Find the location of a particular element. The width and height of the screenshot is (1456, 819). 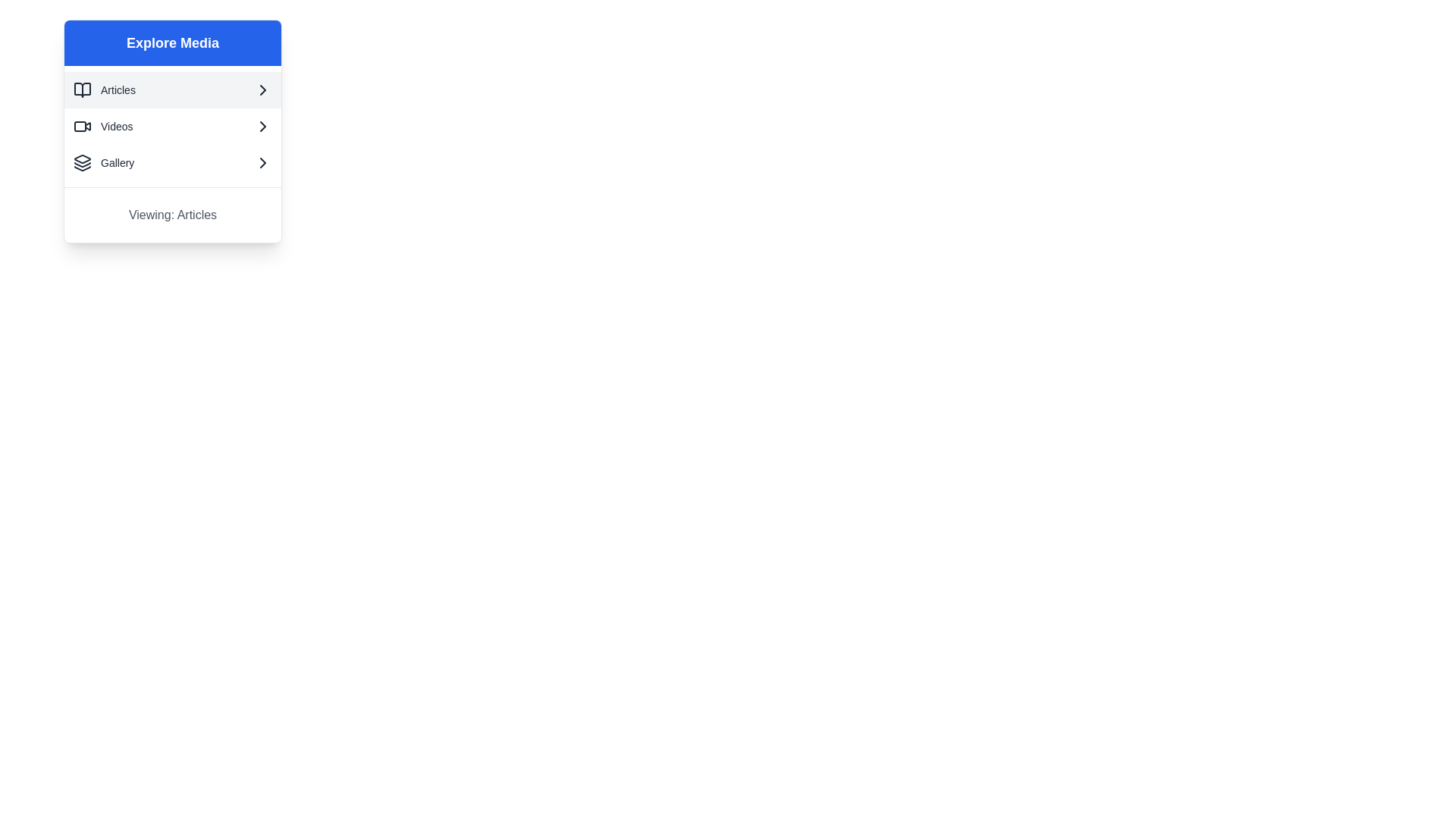

the 'Articles' icon in the 'Explore Media' menu, which is located in the first row of items on the left side next to the text 'Articles' is located at coordinates (82, 90).